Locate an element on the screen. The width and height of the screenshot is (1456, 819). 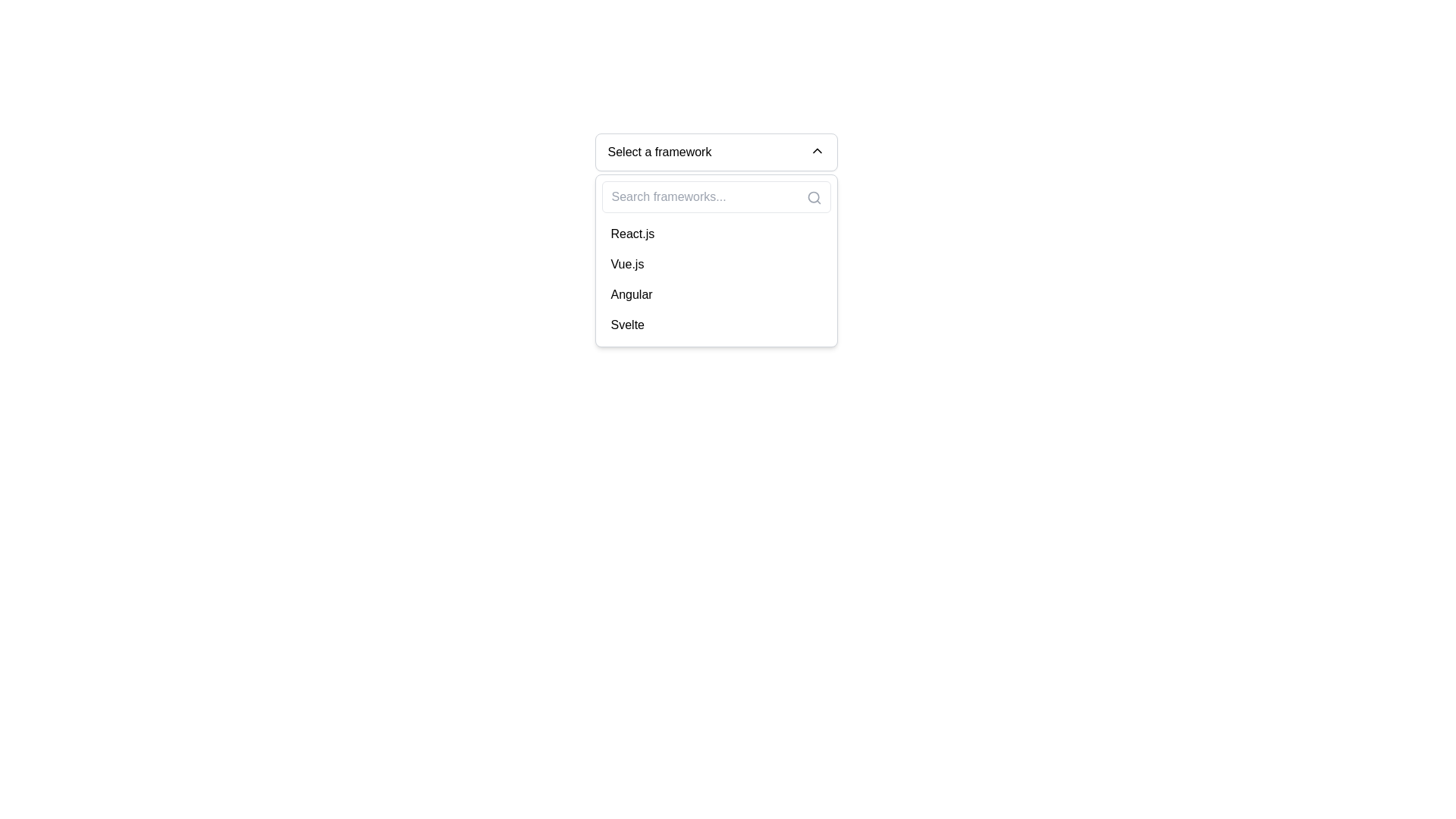
the 'Svelte' text item in the dropdown menu is located at coordinates (627, 324).